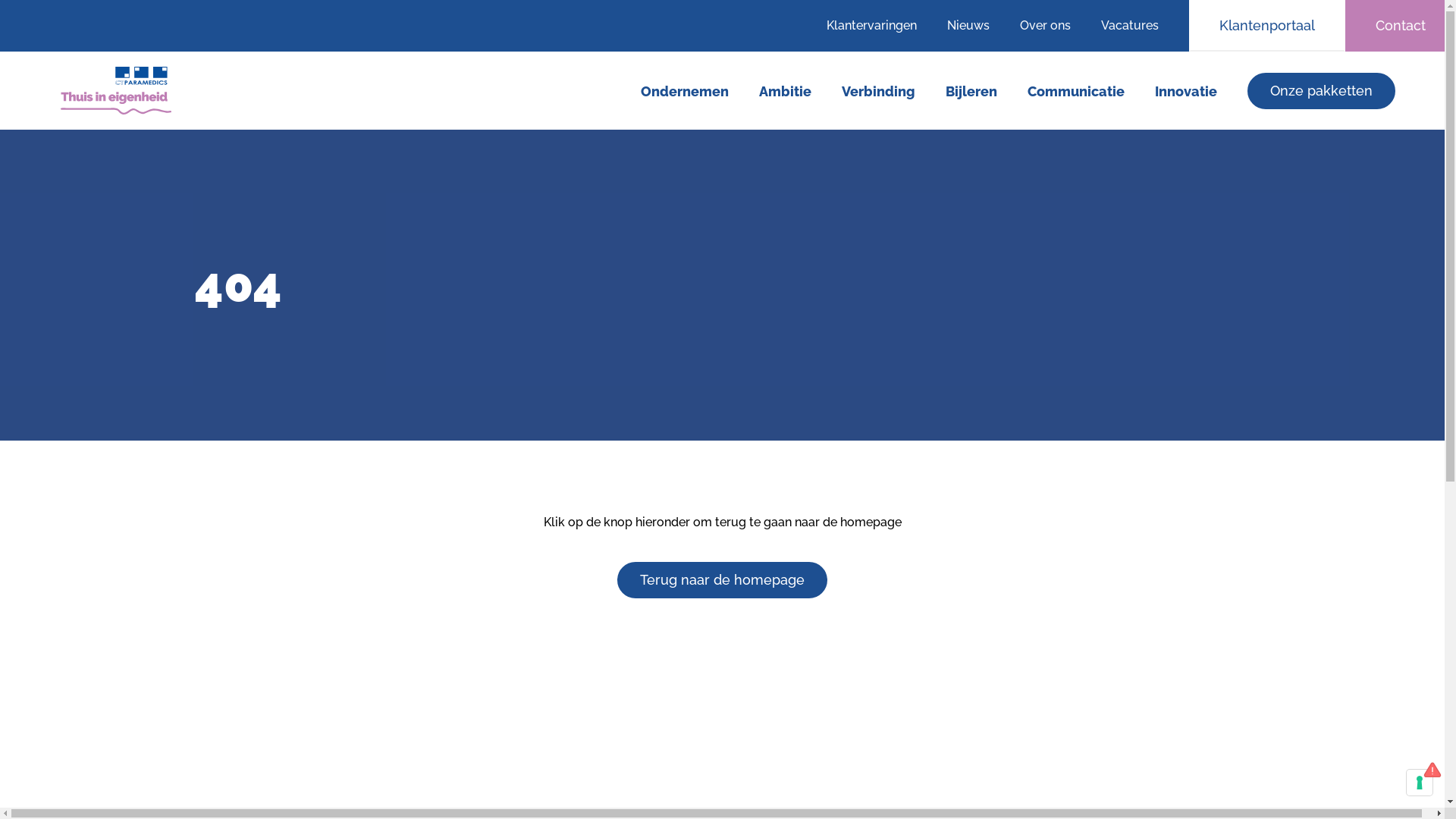 The height and width of the screenshot is (819, 1456). I want to click on 'Vacatures', so click(1137, 26).